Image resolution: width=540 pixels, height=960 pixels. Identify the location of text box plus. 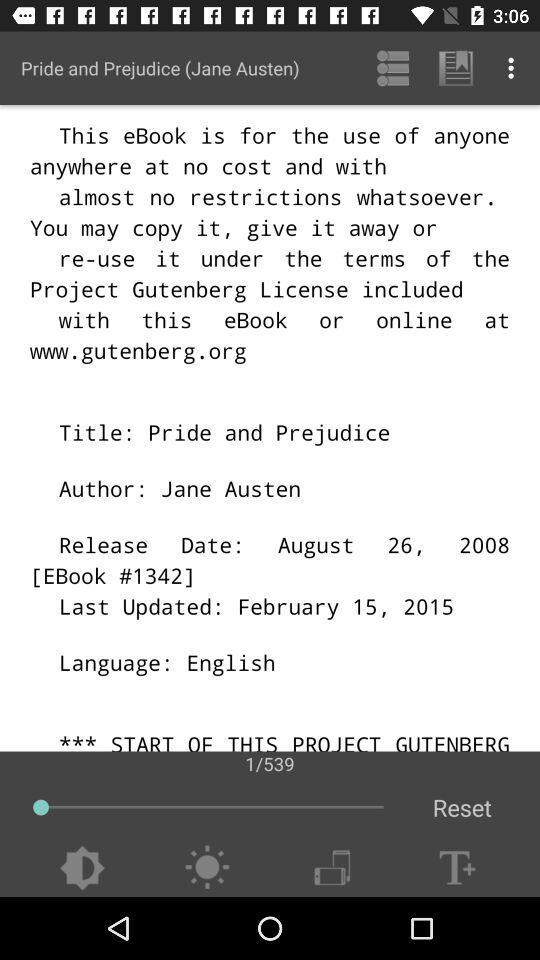
(457, 867).